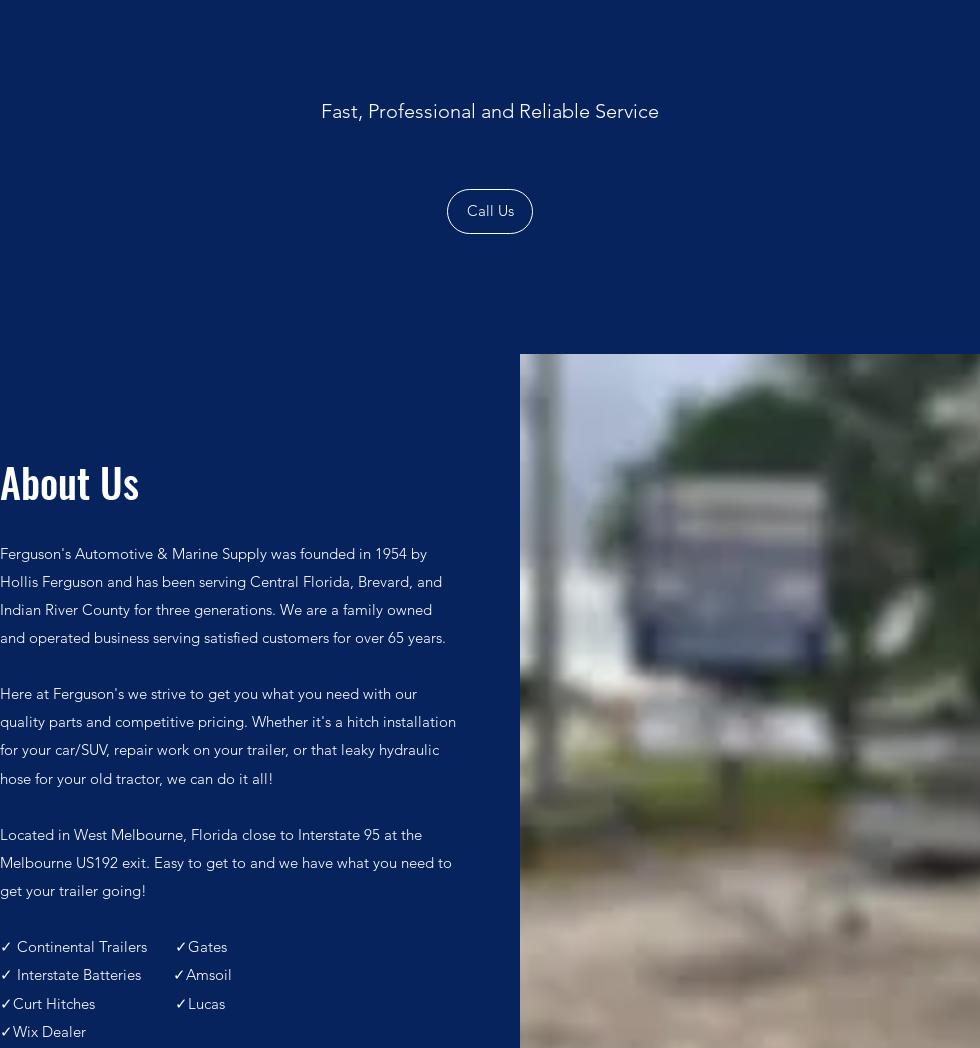 The image size is (980, 1048). Describe the element at coordinates (225, 594) in the screenshot. I see `'Ferguson's Automotive & Marine Supply was founded in 1954 by Hollis Ferguson and has been serving Central Florida, Brevard, and Indian River County for three generations. We are a family owned and operated business serving satisfied customers for over 65 years.'` at that location.